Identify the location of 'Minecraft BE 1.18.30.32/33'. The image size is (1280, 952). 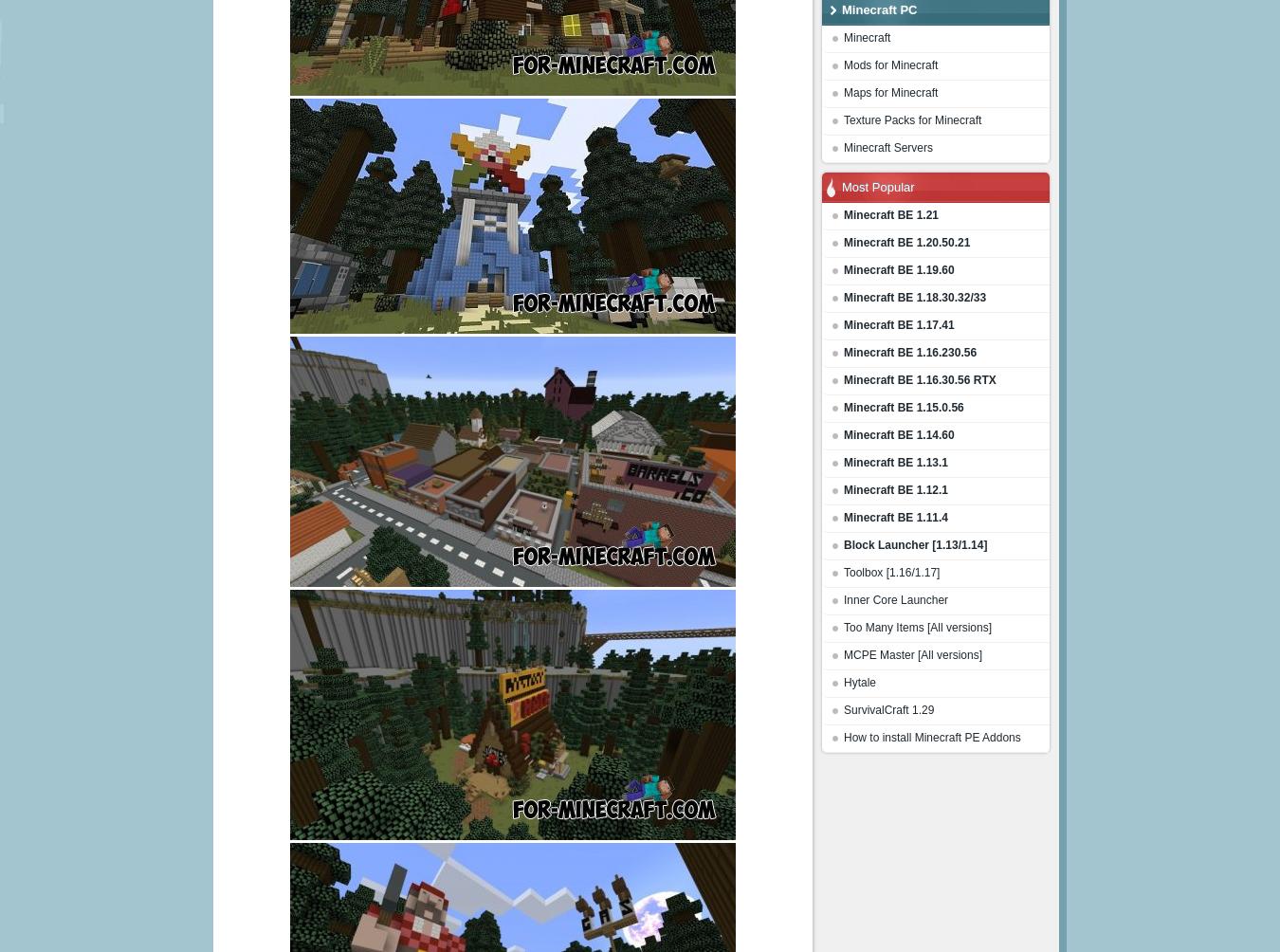
(844, 297).